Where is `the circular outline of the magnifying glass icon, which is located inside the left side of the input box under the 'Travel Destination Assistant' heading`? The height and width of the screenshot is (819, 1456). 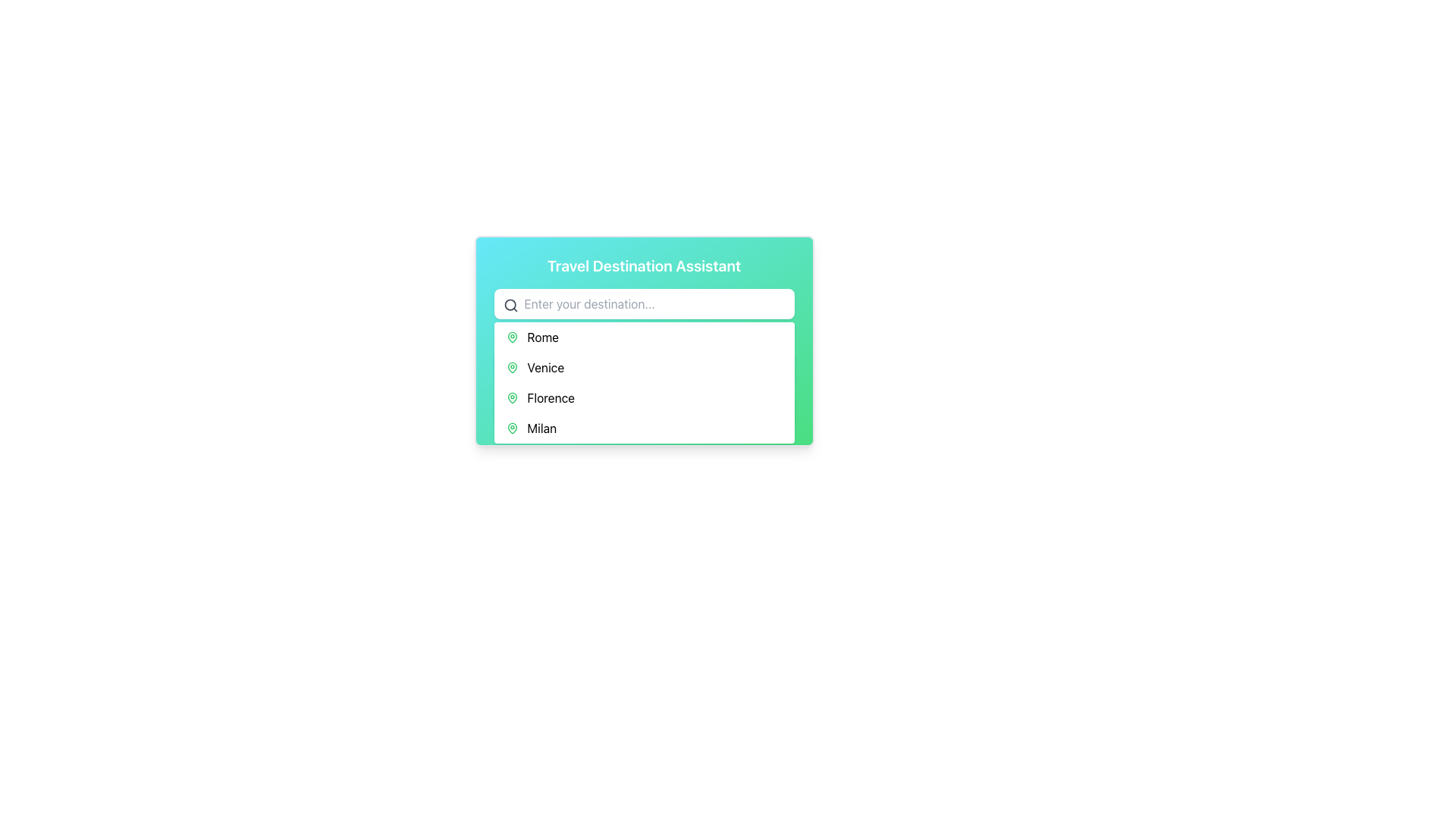 the circular outline of the magnifying glass icon, which is located inside the left side of the input box under the 'Travel Destination Assistant' heading is located at coordinates (510, 305).